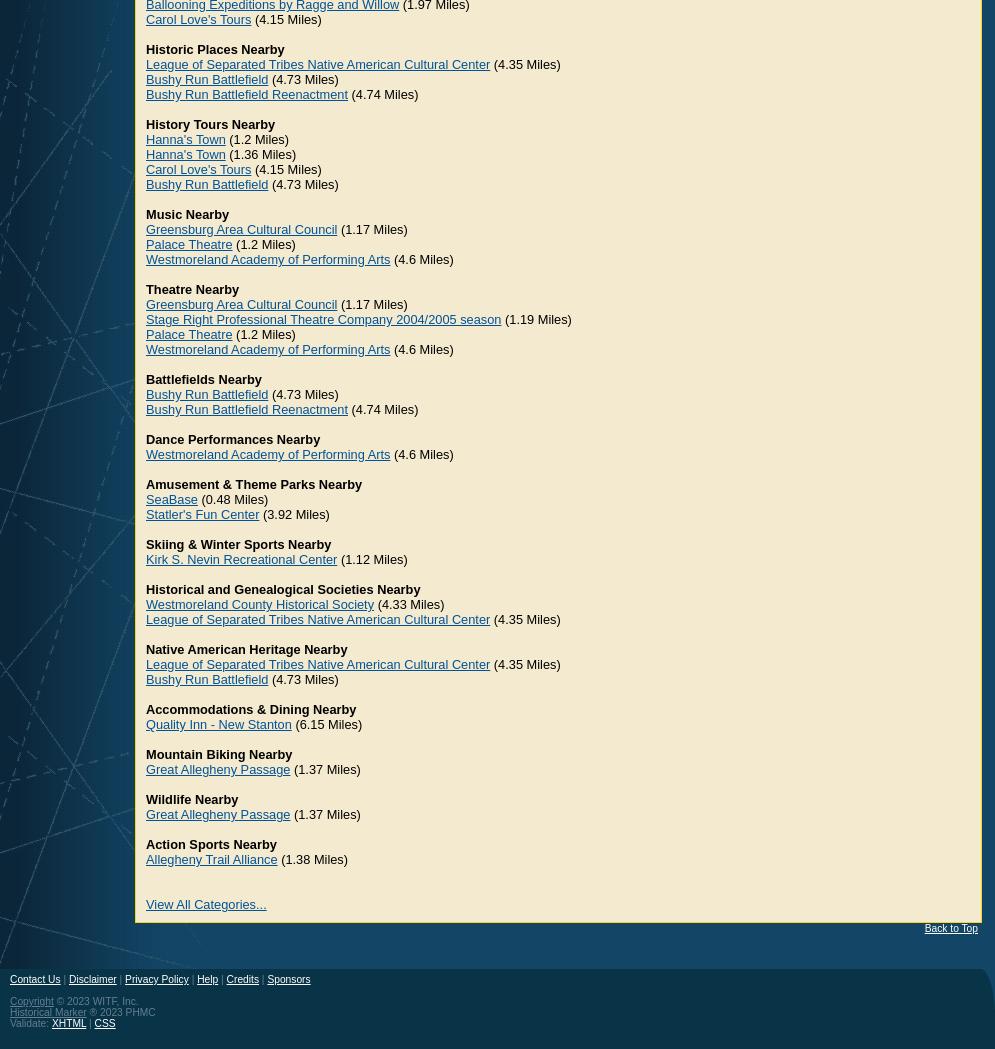  Describe the element at coordinates (30, 1023) in the screenshot. I see `'Validate:'` at that location.